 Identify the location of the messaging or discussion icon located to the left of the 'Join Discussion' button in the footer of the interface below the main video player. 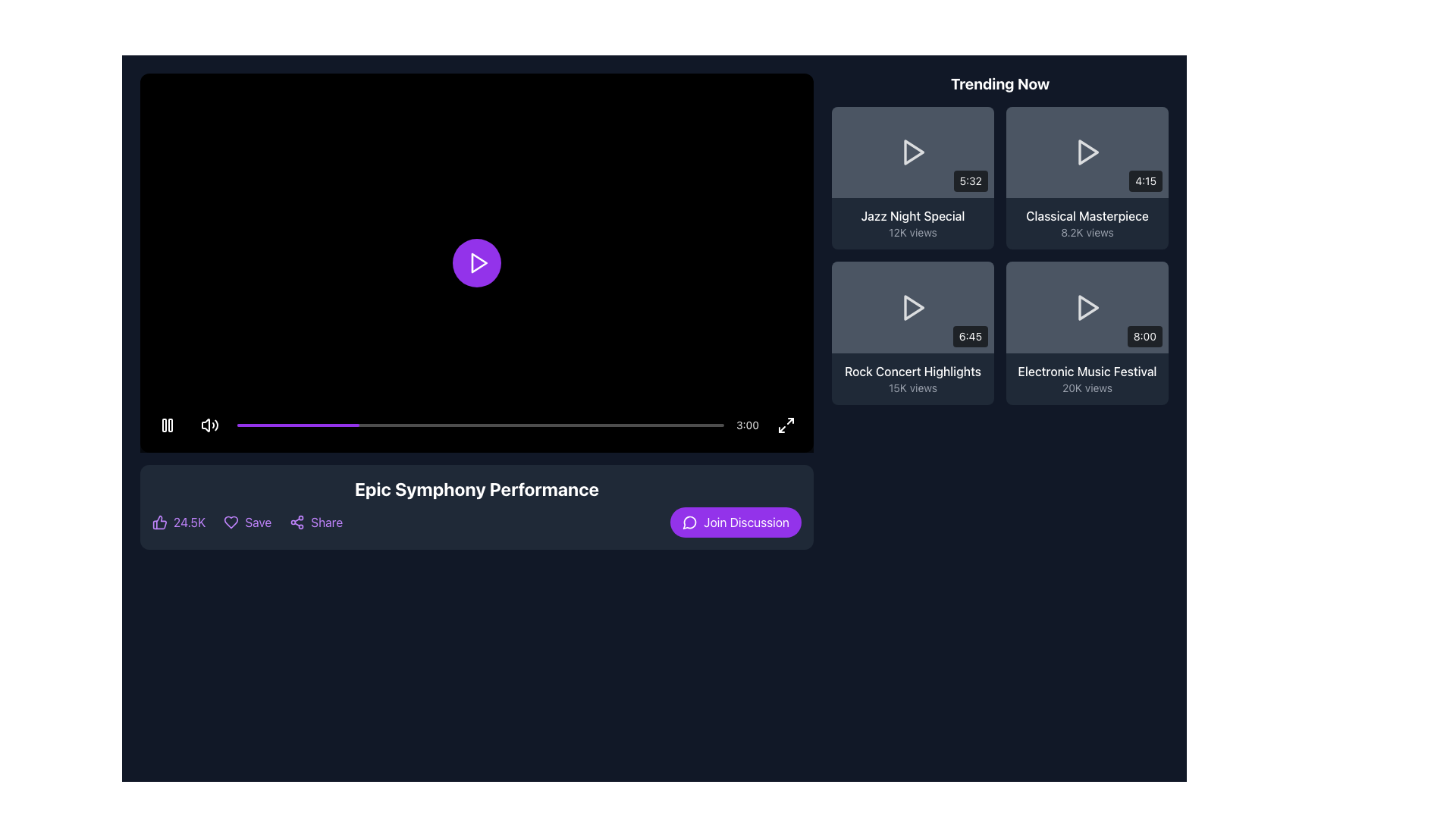
(689, 521).